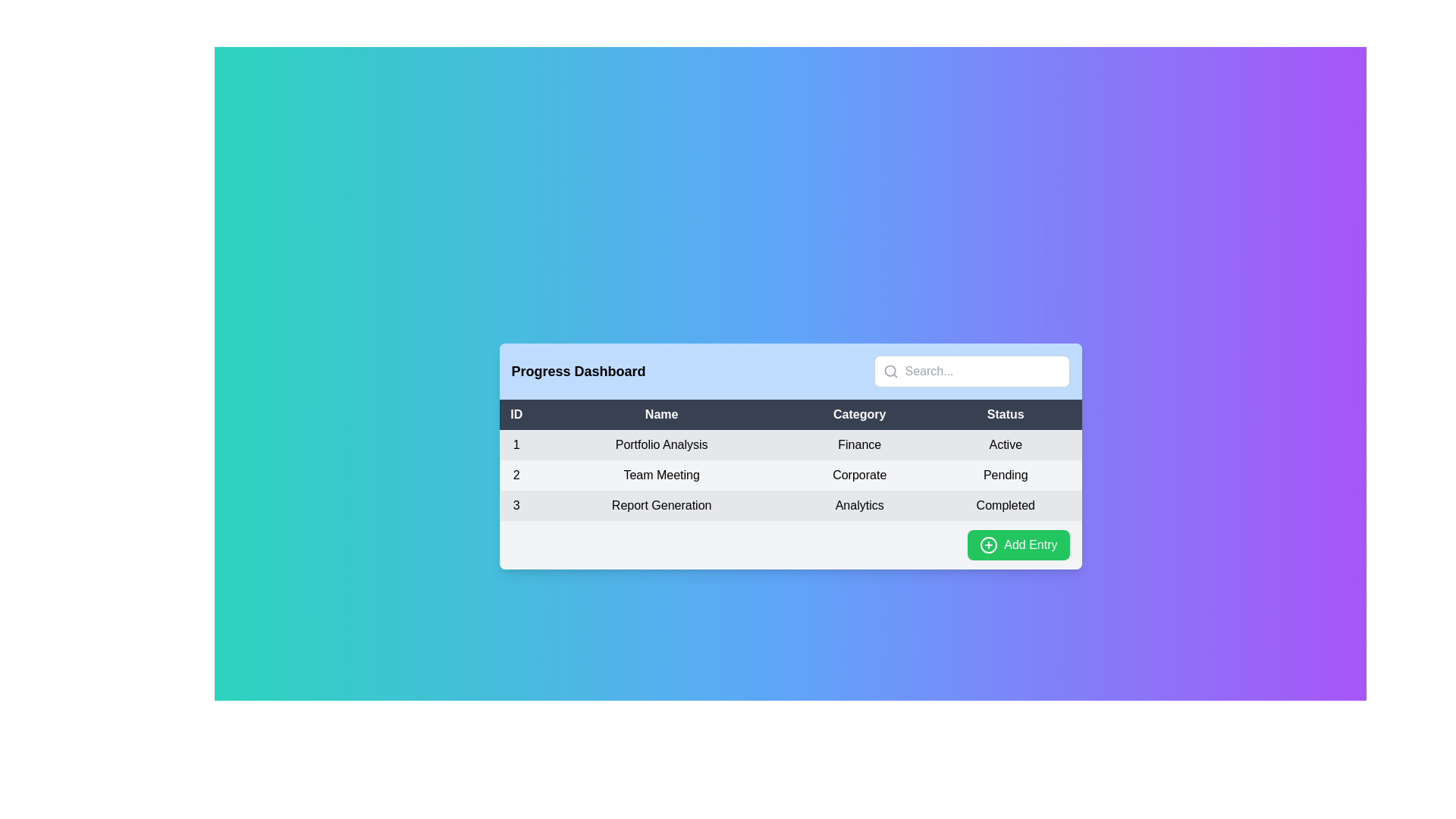 This screenshot has height=819, width=1456. Describe the element at coordinates (859, 415) in the screenshot. I see `text label displaying 'Category' which is the third header in the table, located between 'Name' and 'Status'` at that location.